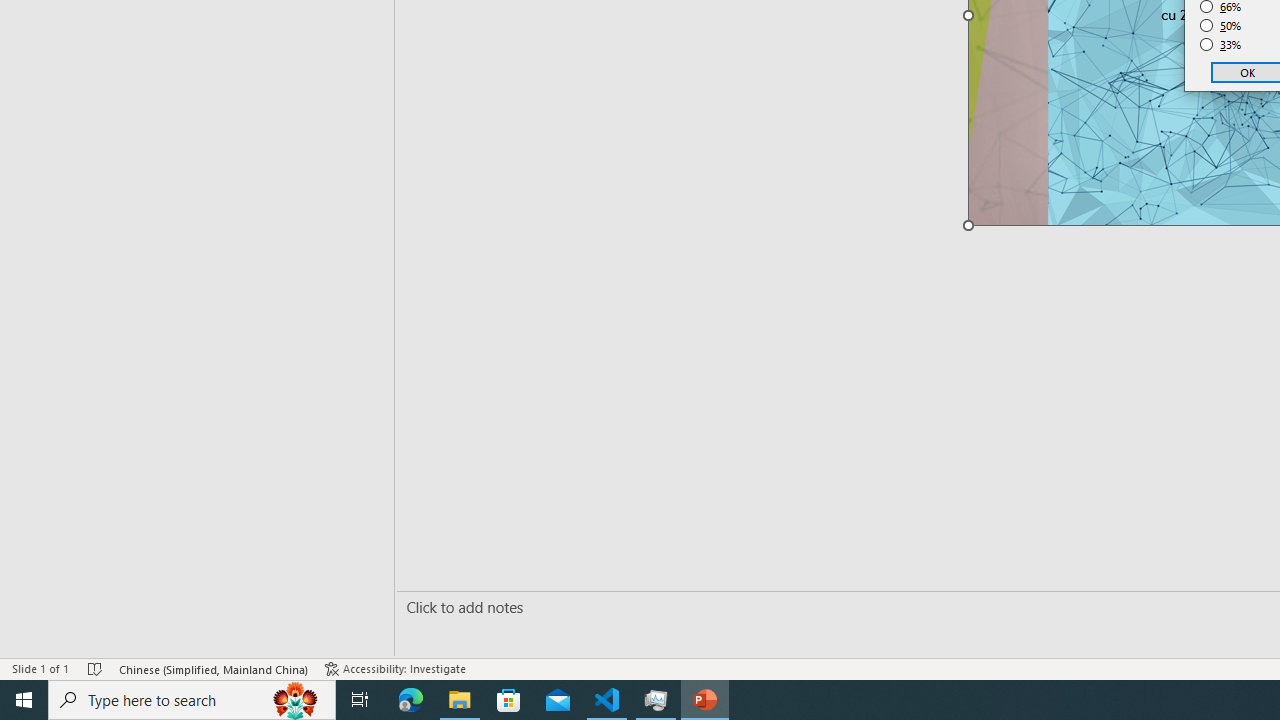 The width and height of the screenshot is (1280, 720). Describe the element at coordinates (410, 698) in the screenshot. I see `'Microsoft Edge'` at that location.